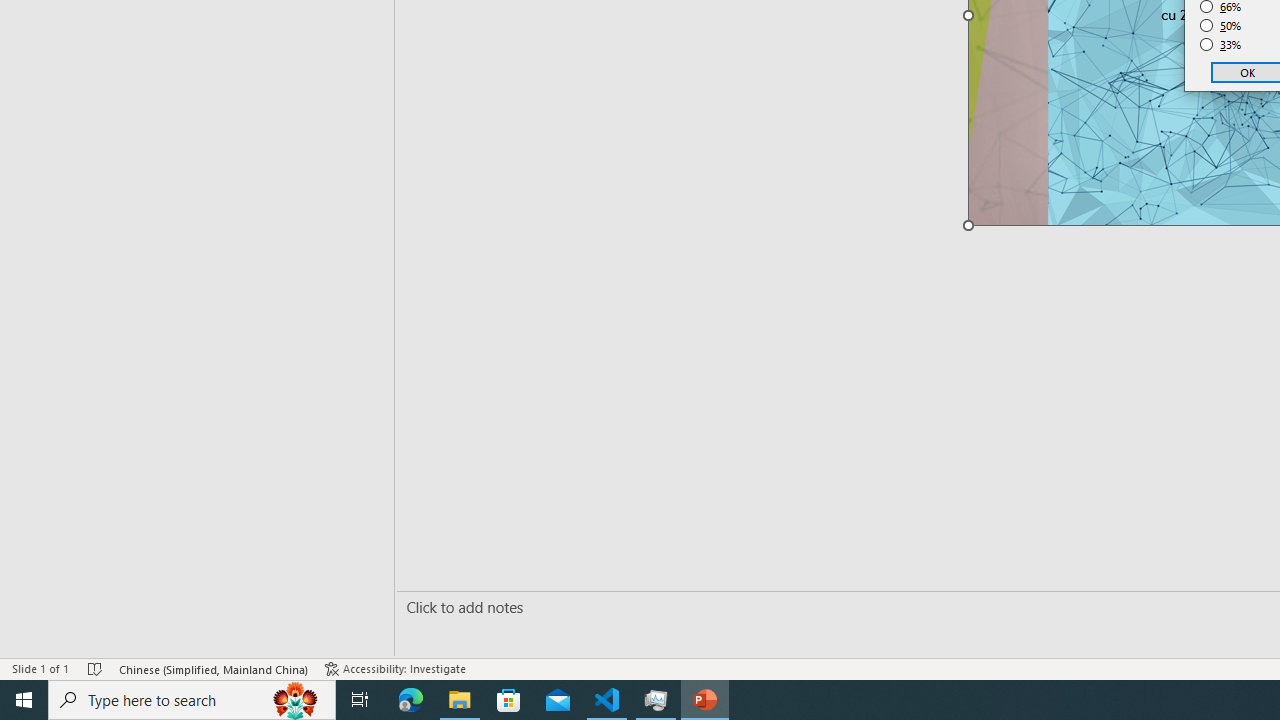 The width and height of the screenshot is (1280, 720). Describe the element at coordinates (410, 698) in the screenshot. I see `'Microsoft Edge'` at that location.